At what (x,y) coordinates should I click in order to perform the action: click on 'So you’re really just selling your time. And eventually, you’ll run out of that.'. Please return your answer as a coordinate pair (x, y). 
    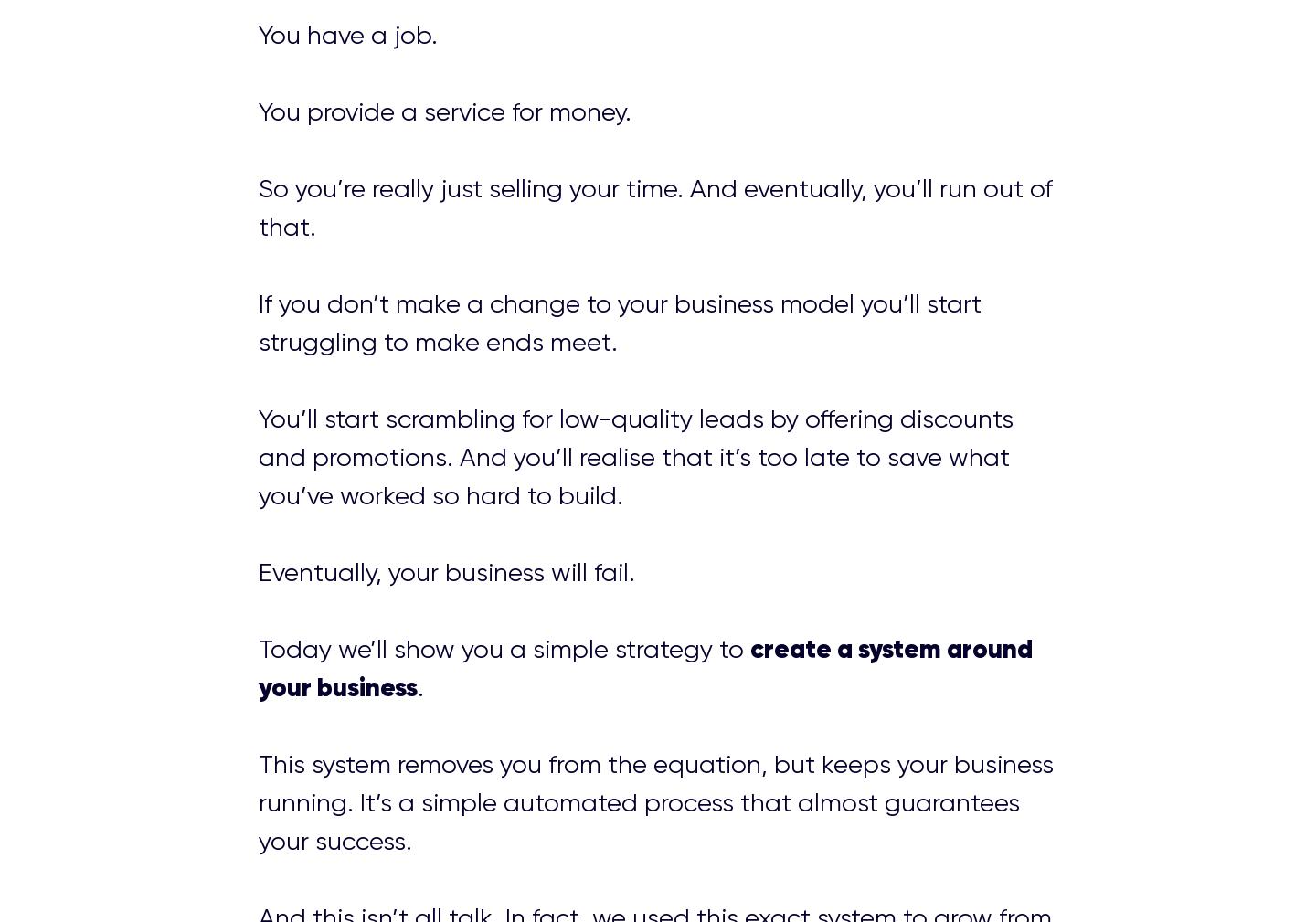
    Looking at the image, I should click on (654, 207).